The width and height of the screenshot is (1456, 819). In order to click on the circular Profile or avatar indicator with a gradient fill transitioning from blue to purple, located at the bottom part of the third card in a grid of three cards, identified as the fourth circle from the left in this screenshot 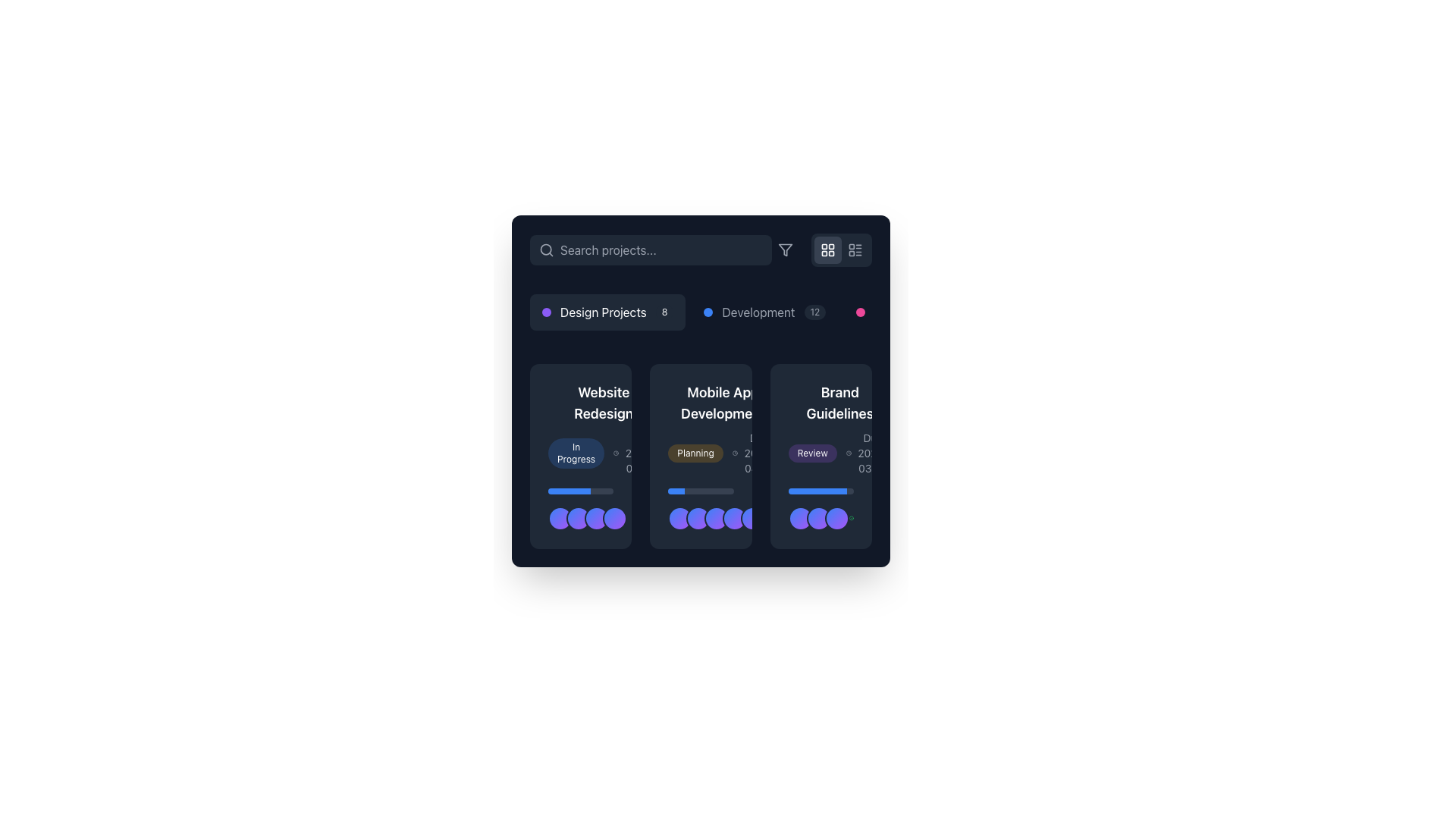, I will do `click(615, 517)`.